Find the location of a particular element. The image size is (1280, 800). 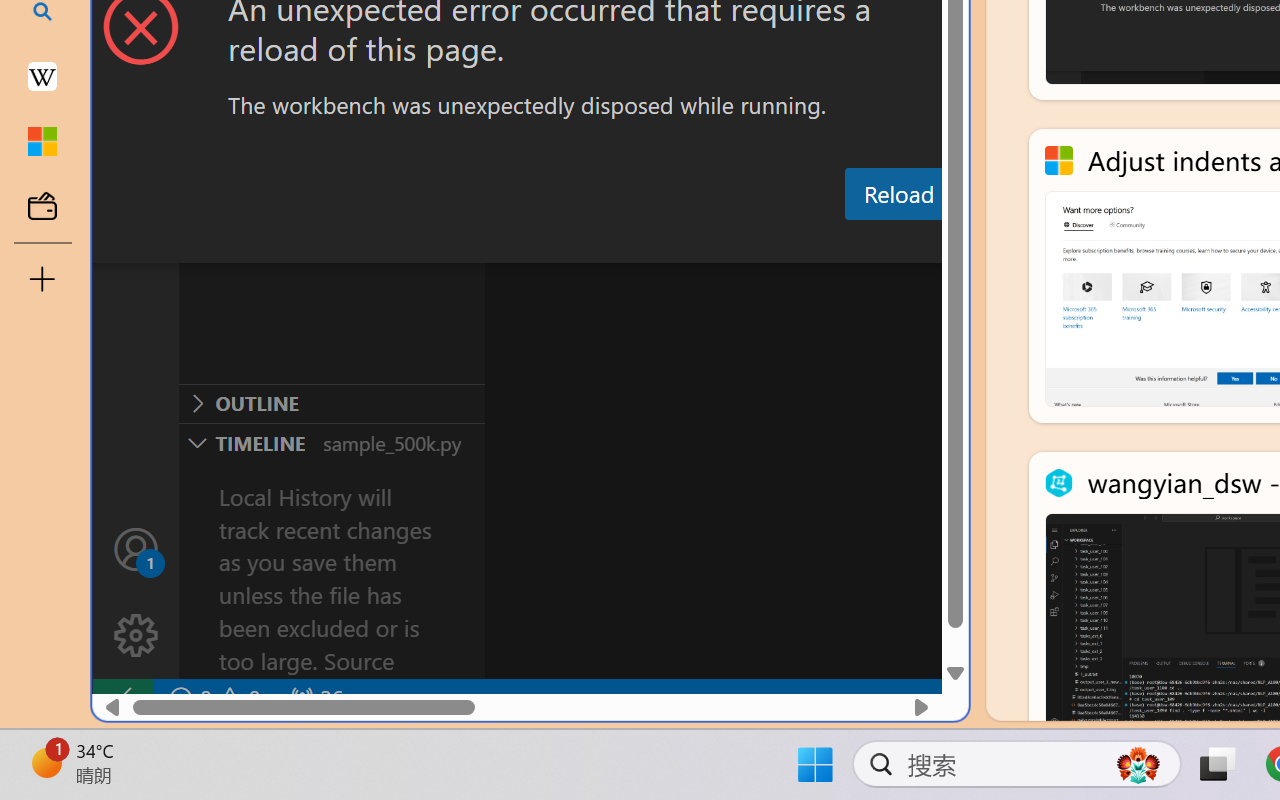

'Outline Section' is located at coordinates (331, 403).